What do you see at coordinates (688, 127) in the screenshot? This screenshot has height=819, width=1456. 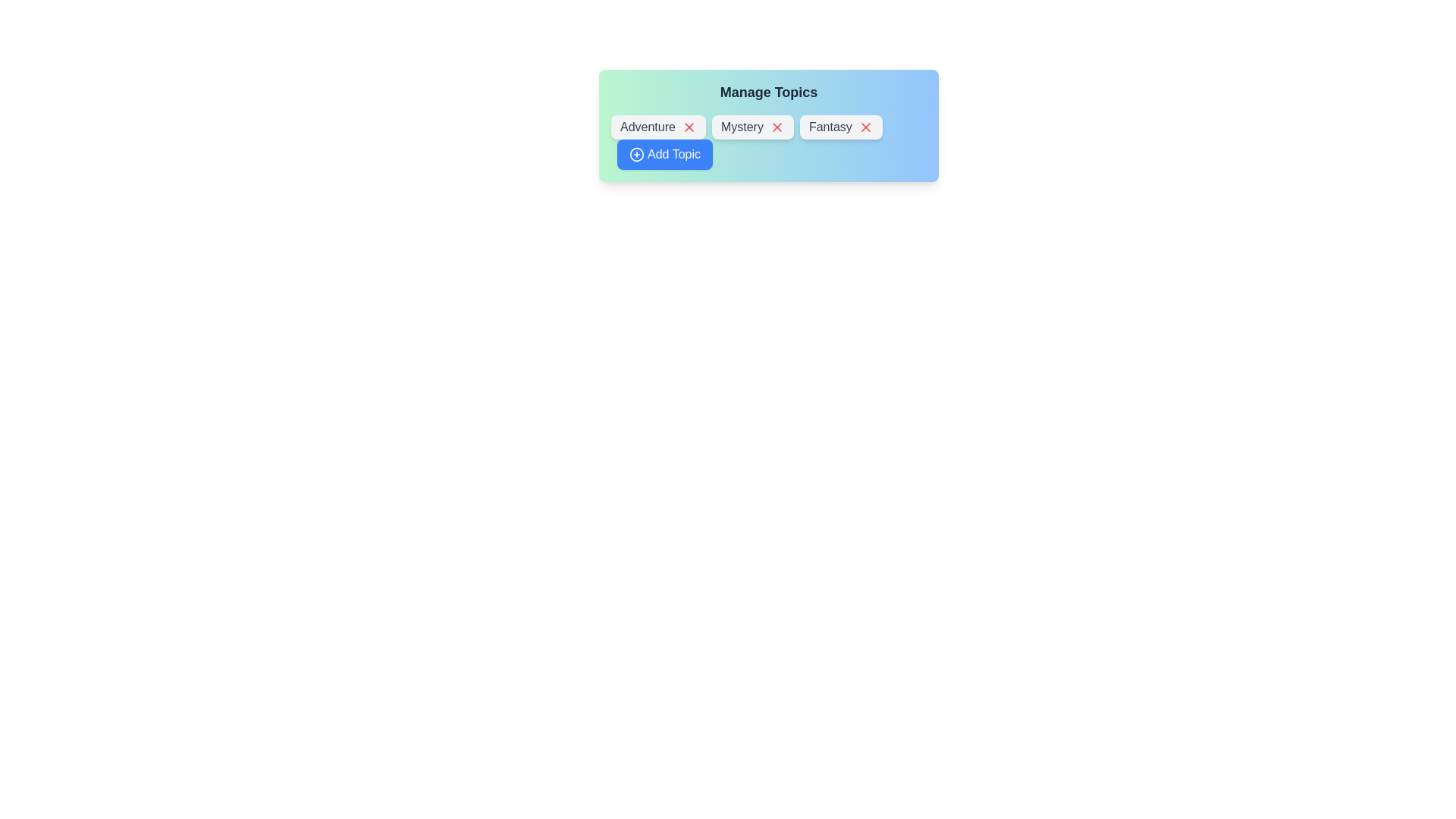 I see `'X' button on the chip labeled 'Adventure' to delete it` at bounding box center [688, 127].